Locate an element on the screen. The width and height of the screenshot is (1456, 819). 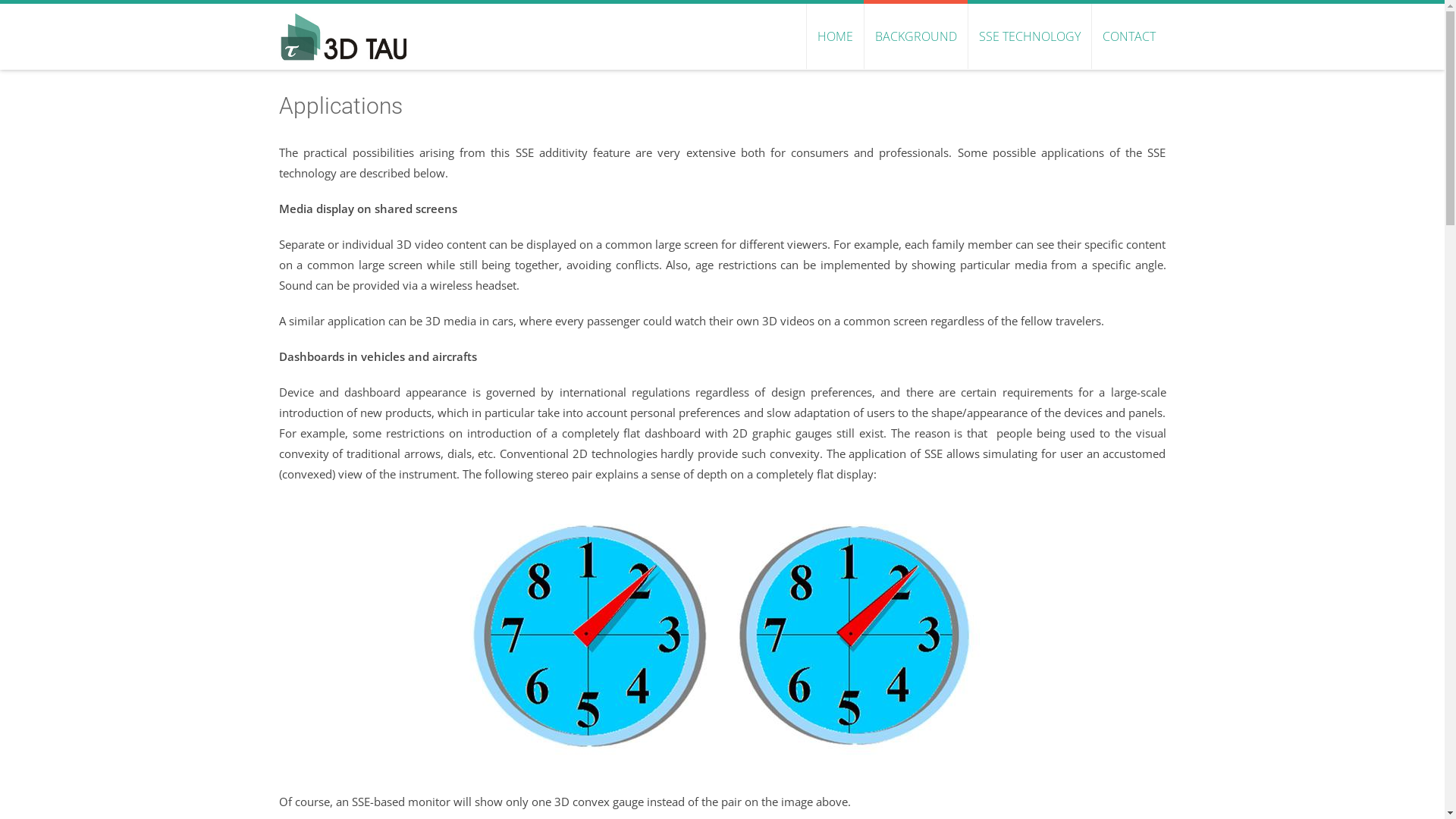
'HOME' is located at coordinates (833, 35).